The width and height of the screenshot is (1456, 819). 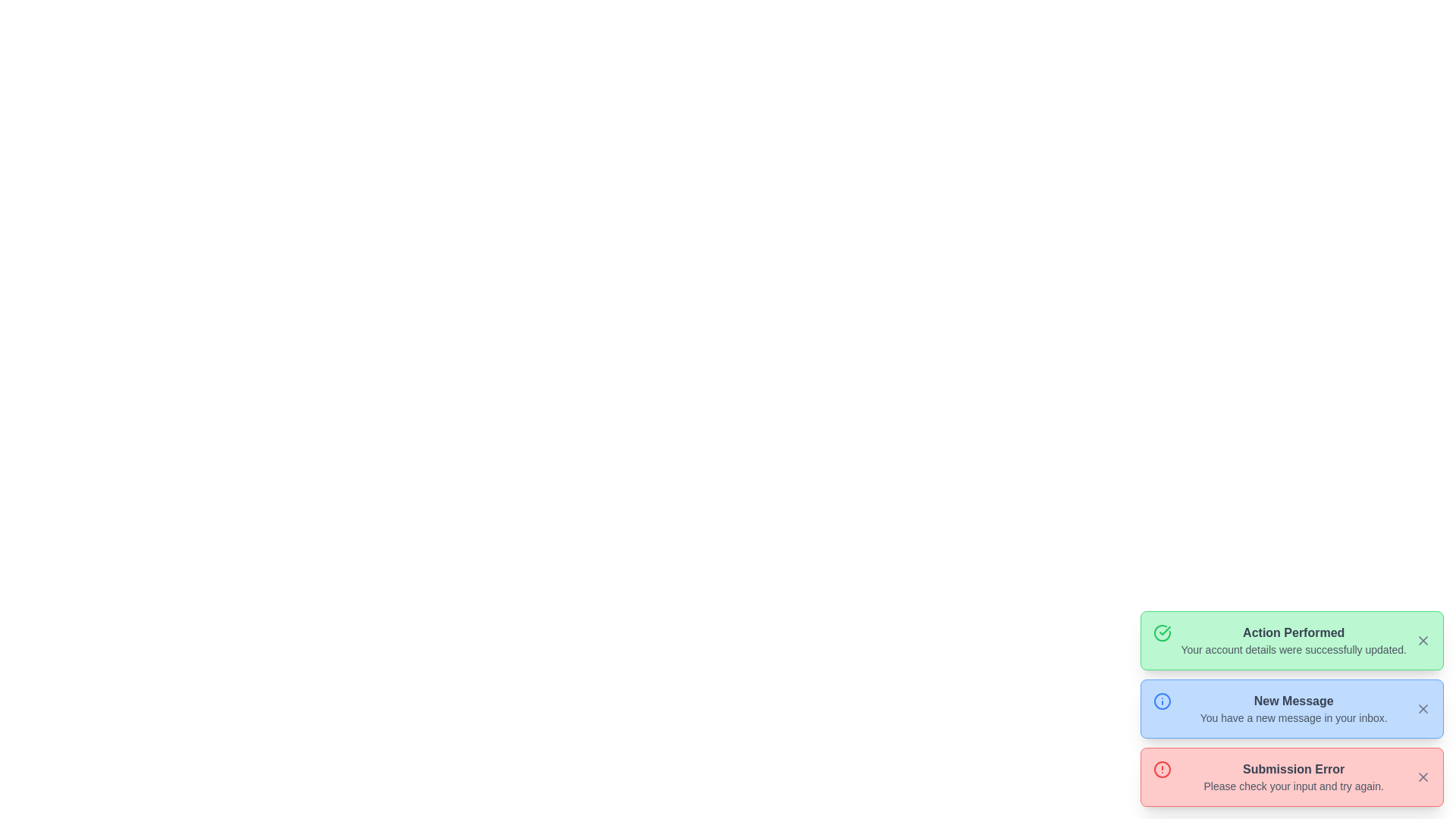 What do you see at coordinates (1293, 708) in the screenshot?
I see `the Textual Information Block that announces a notification of a new message received in the inbox, located within the second notification block from the top, surrounded by a light blue rectangular background` at bounding box center [1293, 708].